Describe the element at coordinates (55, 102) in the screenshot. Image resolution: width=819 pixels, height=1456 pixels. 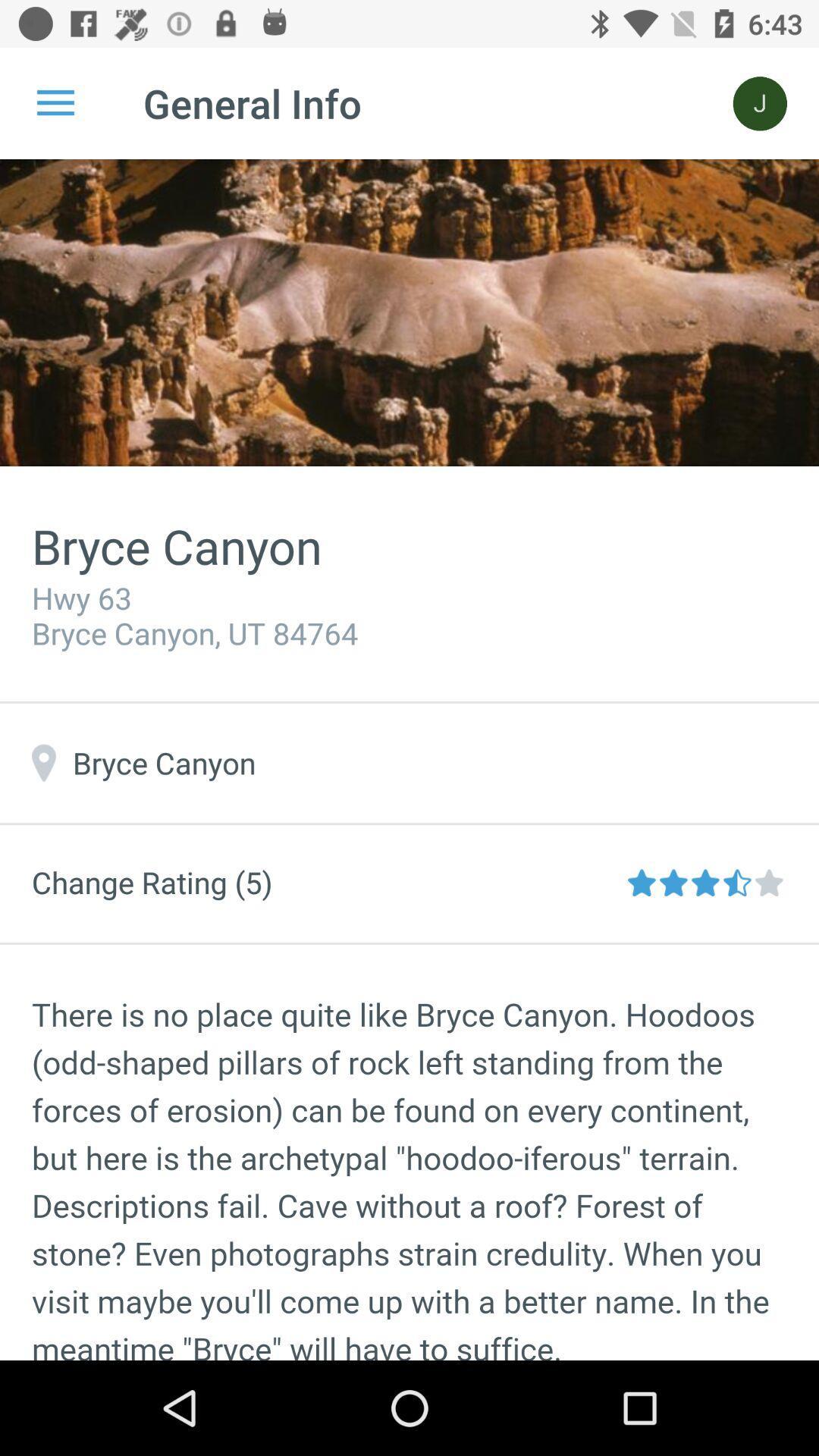
I see `the icon next to general info icon` at that location.